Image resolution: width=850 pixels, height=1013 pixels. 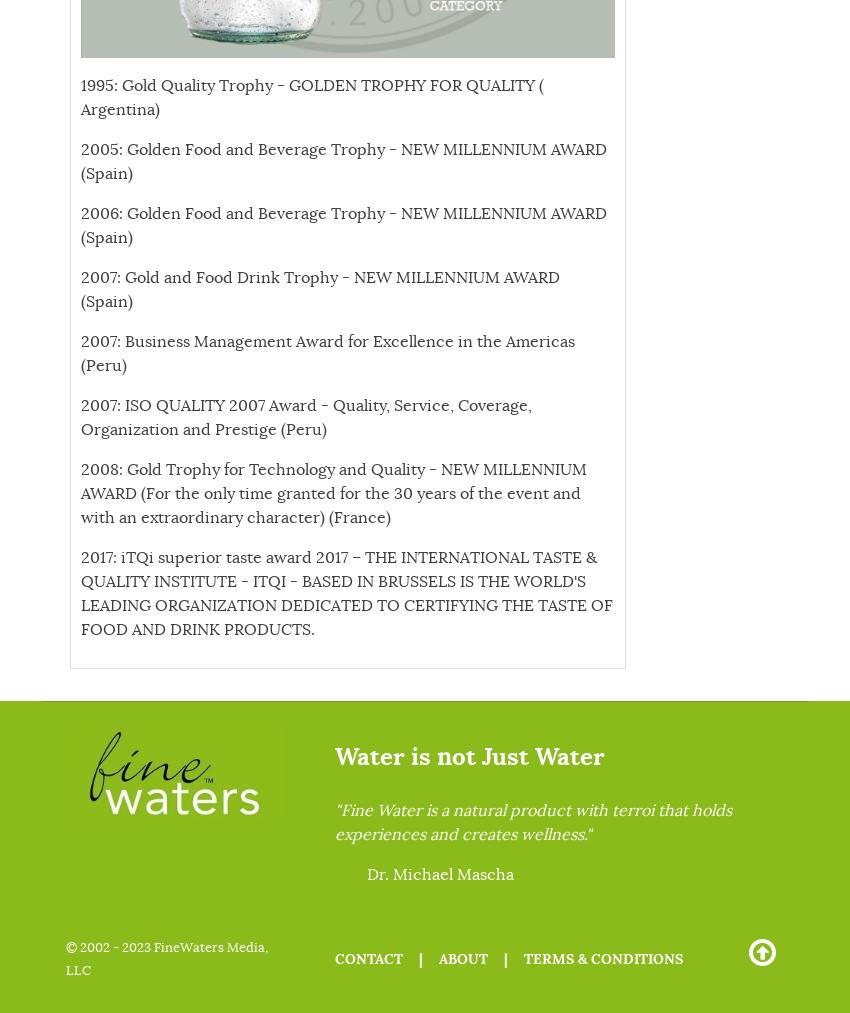 What do you see at coordinates (345, 594) in the screenshot?
I see `'2017: iTQi superior taste award 2017 – THE INTERNATIONAL TASTE & QUALITY INSTITUTE - ITQI - BASED IN BRUSSELS IS THE WORLD'S LEADING ORGANIZATION DEDICATED TO CERTIFYING THE TASTE OF FOOD AND DRINK PRODUCTS.'` at bounding box center [345, 594].